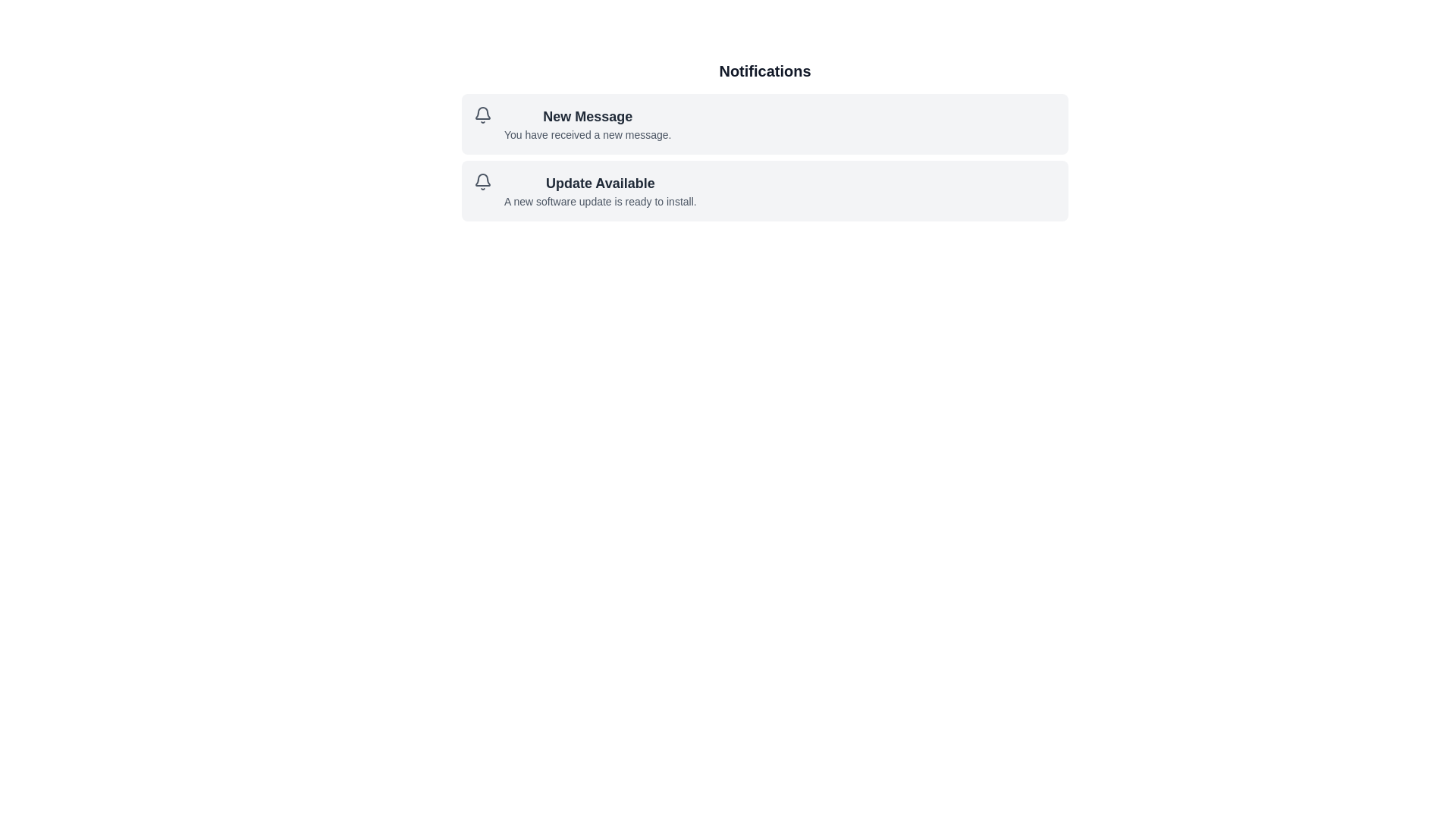 The image size is (1456, 819). Describe the element at coordinates (482, 114) in the screenshot. I see `the bell icon which signifies a notification for the 'New Message' entry, located adjacent to the bold 'New Message' text` at that location.